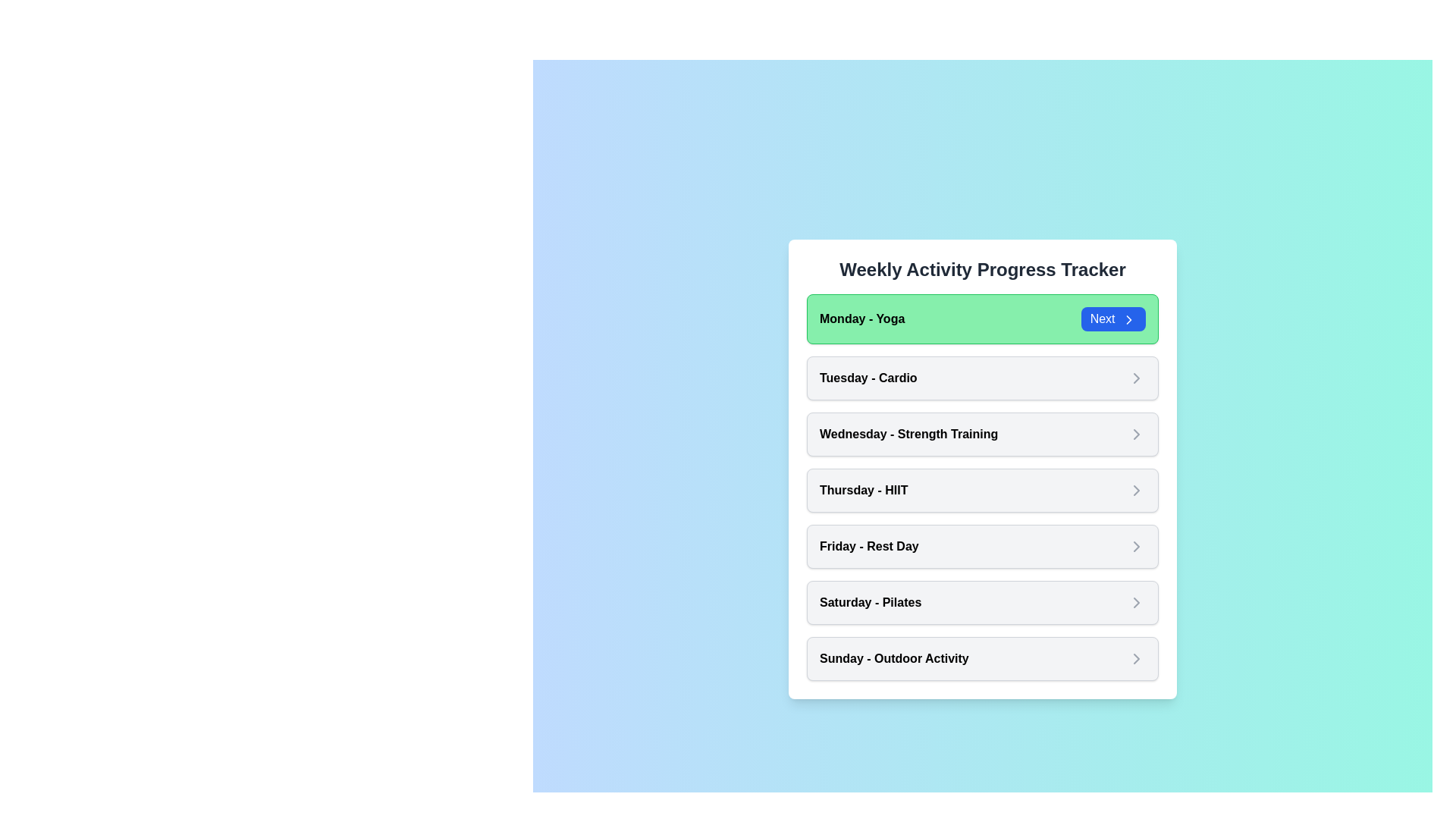 This screenshot has width=1456, height=819. What do you see at coordinates (1128, 318) in the screenshot?
I see `the right-facing chevron icon indirectly by clicking the blue 'Next' button it is located within` at bounding box center [1128, 318].